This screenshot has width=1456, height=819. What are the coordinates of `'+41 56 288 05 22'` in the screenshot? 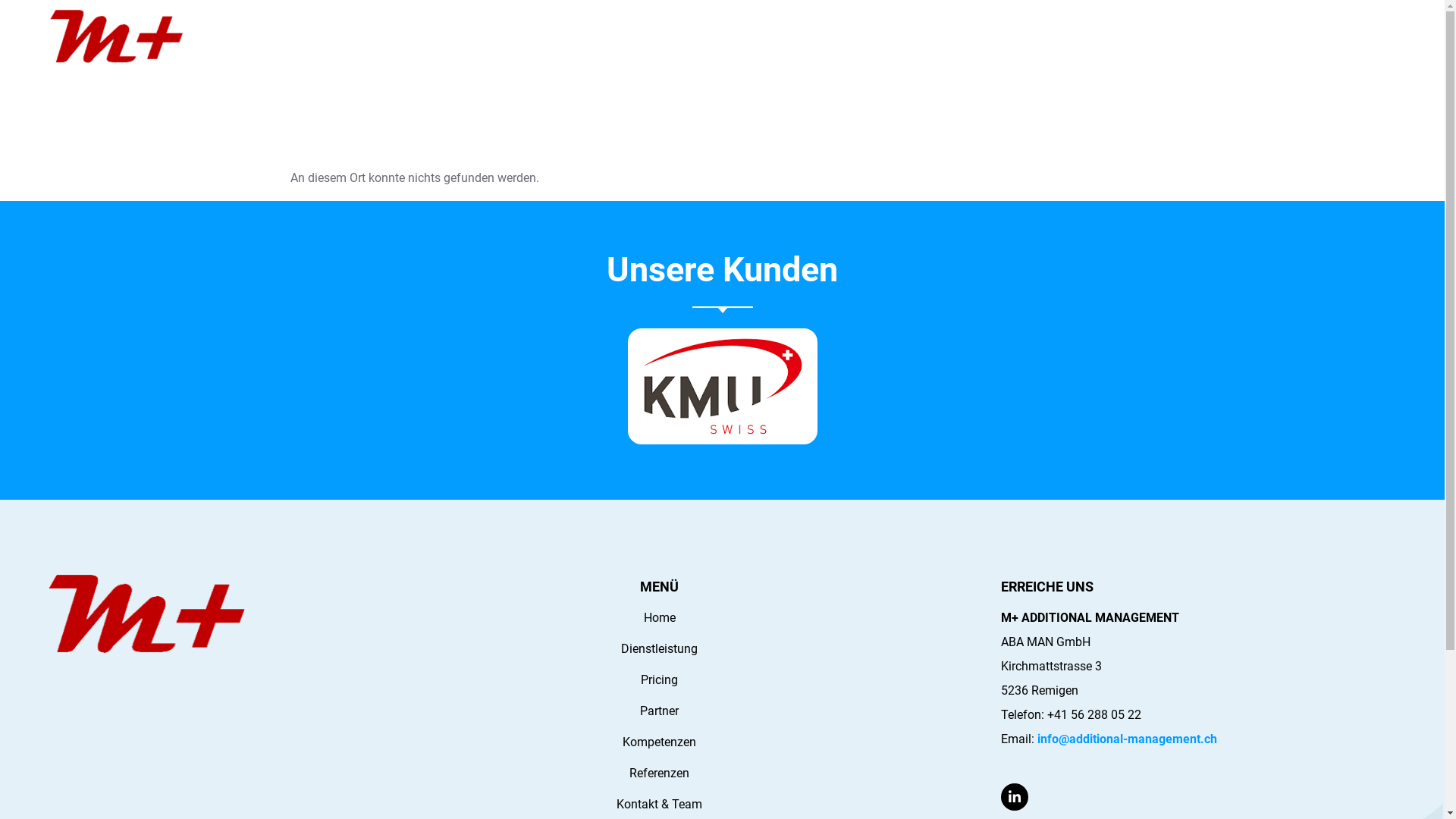 It's located at (1094, 714).